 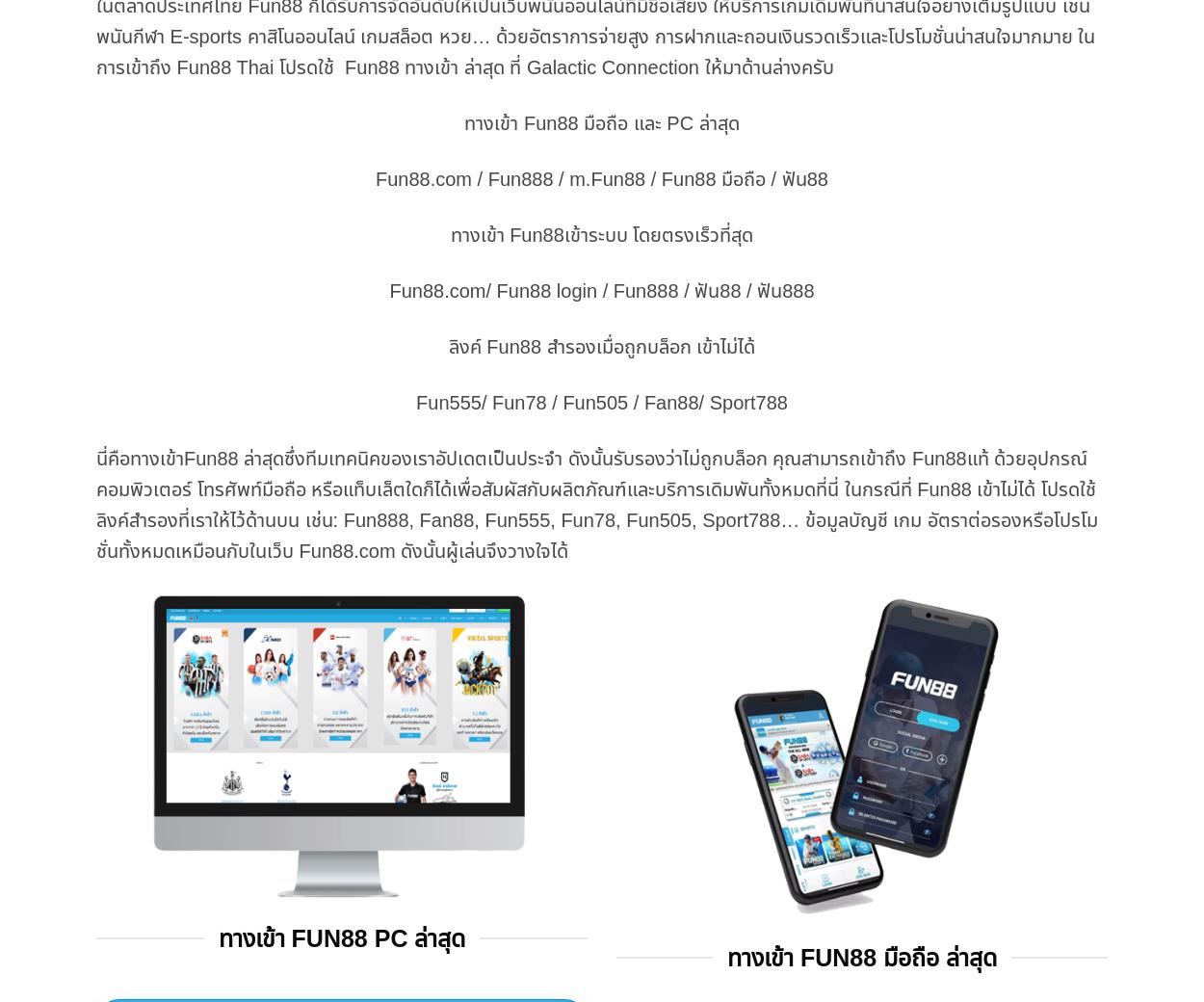 I want to click on 'โปรดใช้  Fun88 ทางเข้า ล่าสุด ที่ Galactic Connection ให้มาด้านล่างครับ', so click(x=274, y=65).